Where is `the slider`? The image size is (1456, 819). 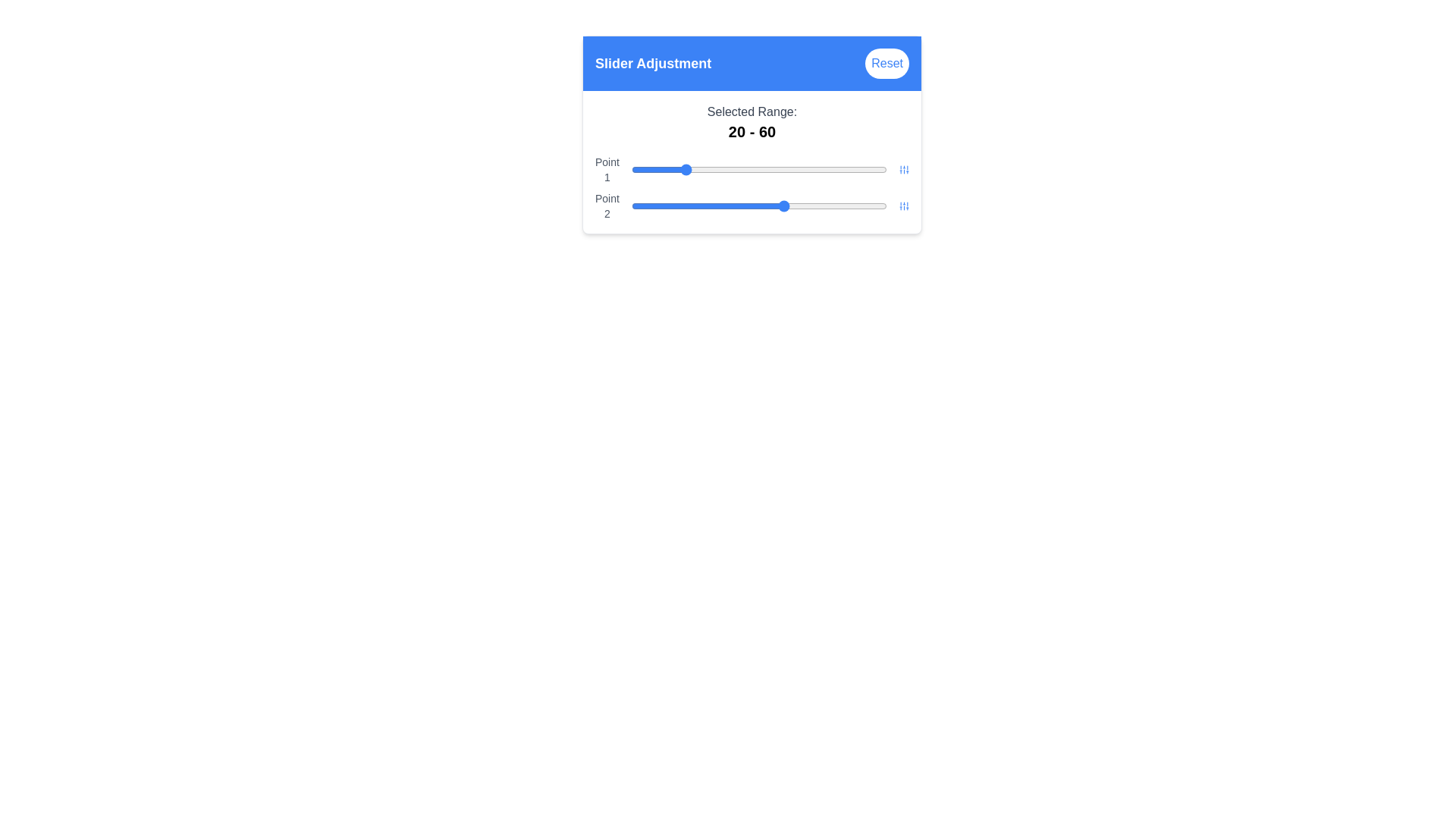
the slider is located at coordinates (777, 206).